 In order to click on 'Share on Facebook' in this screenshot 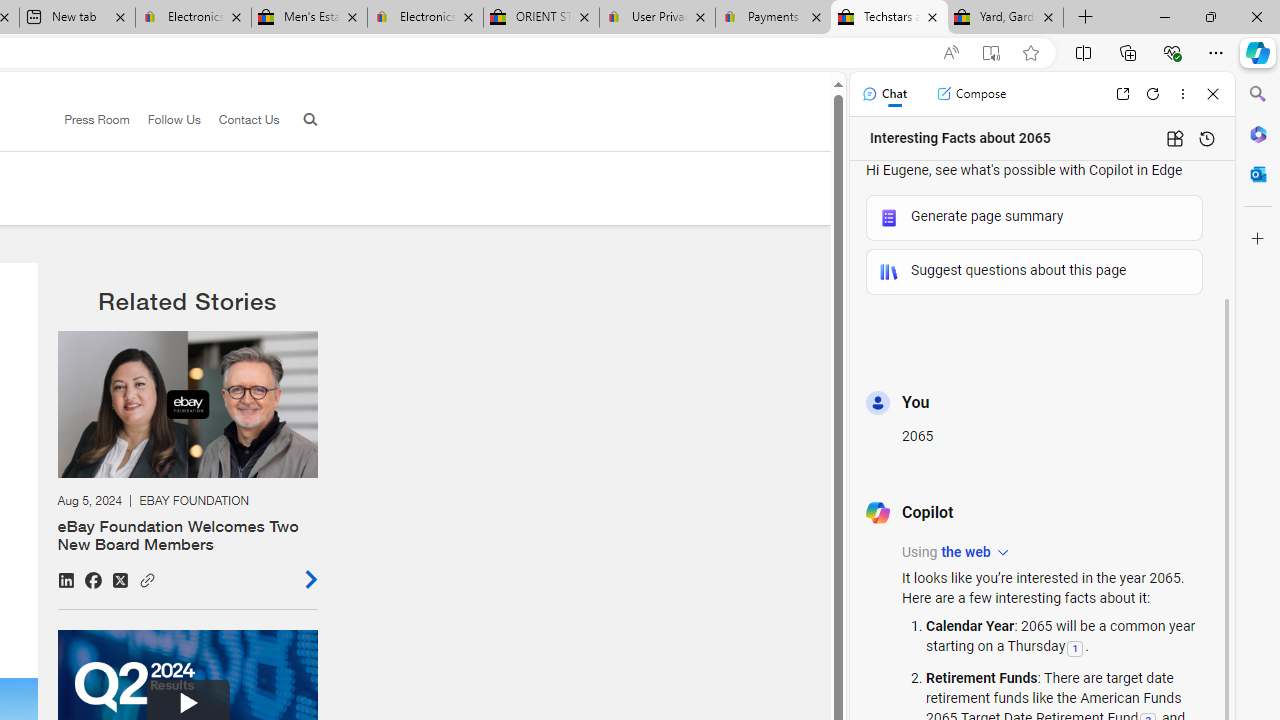, I will do `click(92, 580)`.